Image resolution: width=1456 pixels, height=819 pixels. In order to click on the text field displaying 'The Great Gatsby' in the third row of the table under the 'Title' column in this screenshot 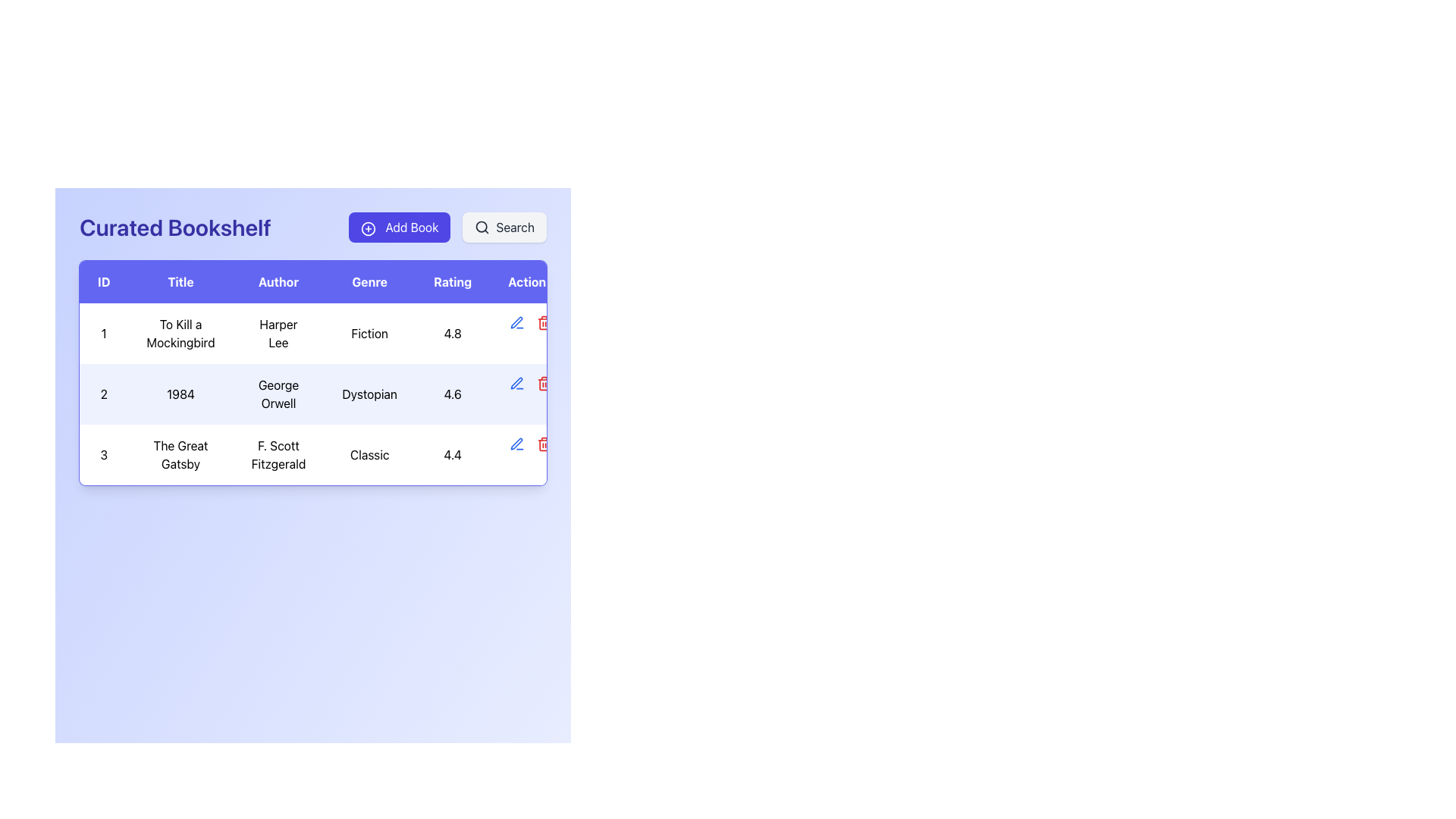, I will do `click(180, 454)`.